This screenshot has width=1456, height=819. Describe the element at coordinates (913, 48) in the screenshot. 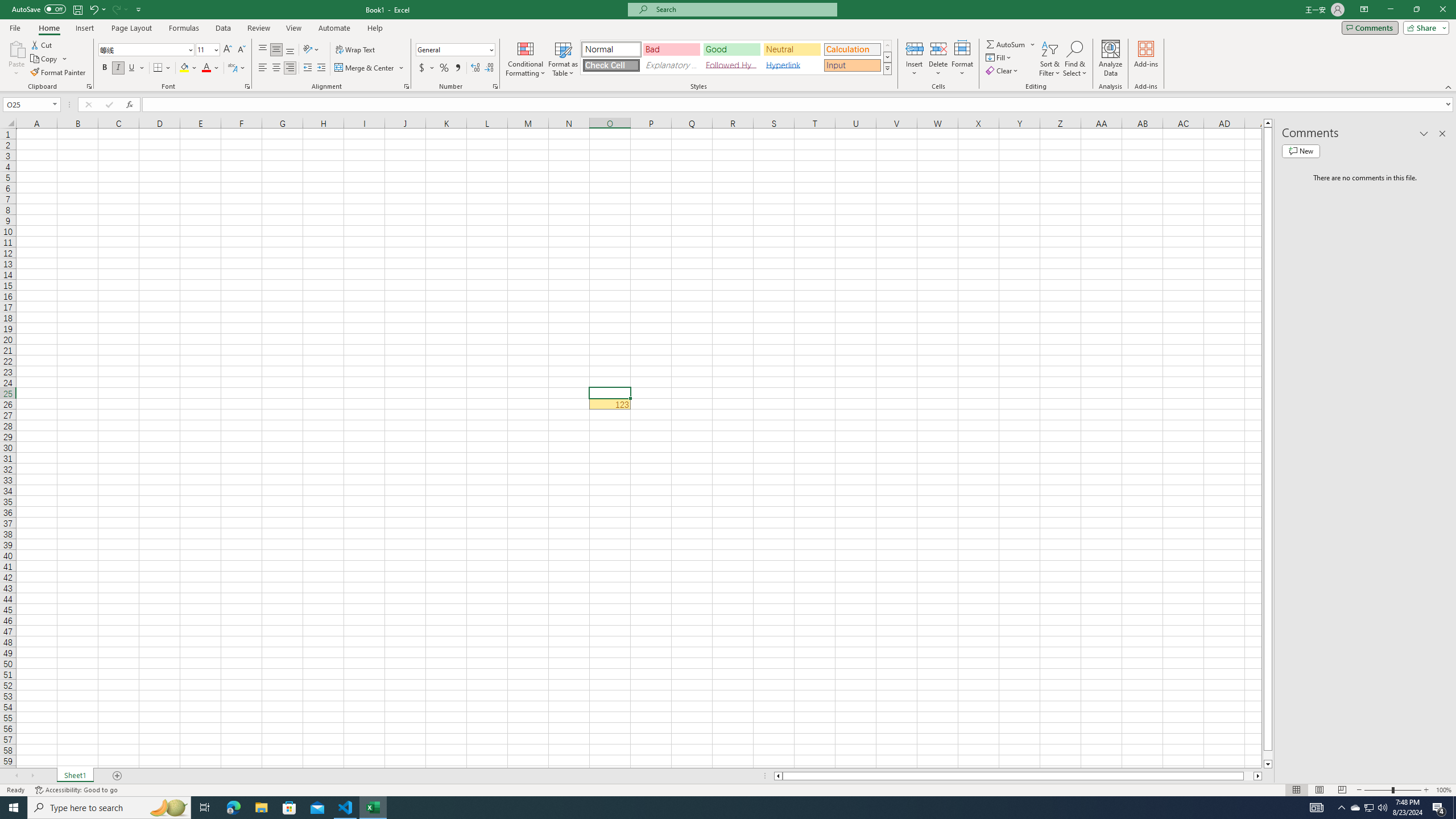

I see `'Insert Cells'` at that location.